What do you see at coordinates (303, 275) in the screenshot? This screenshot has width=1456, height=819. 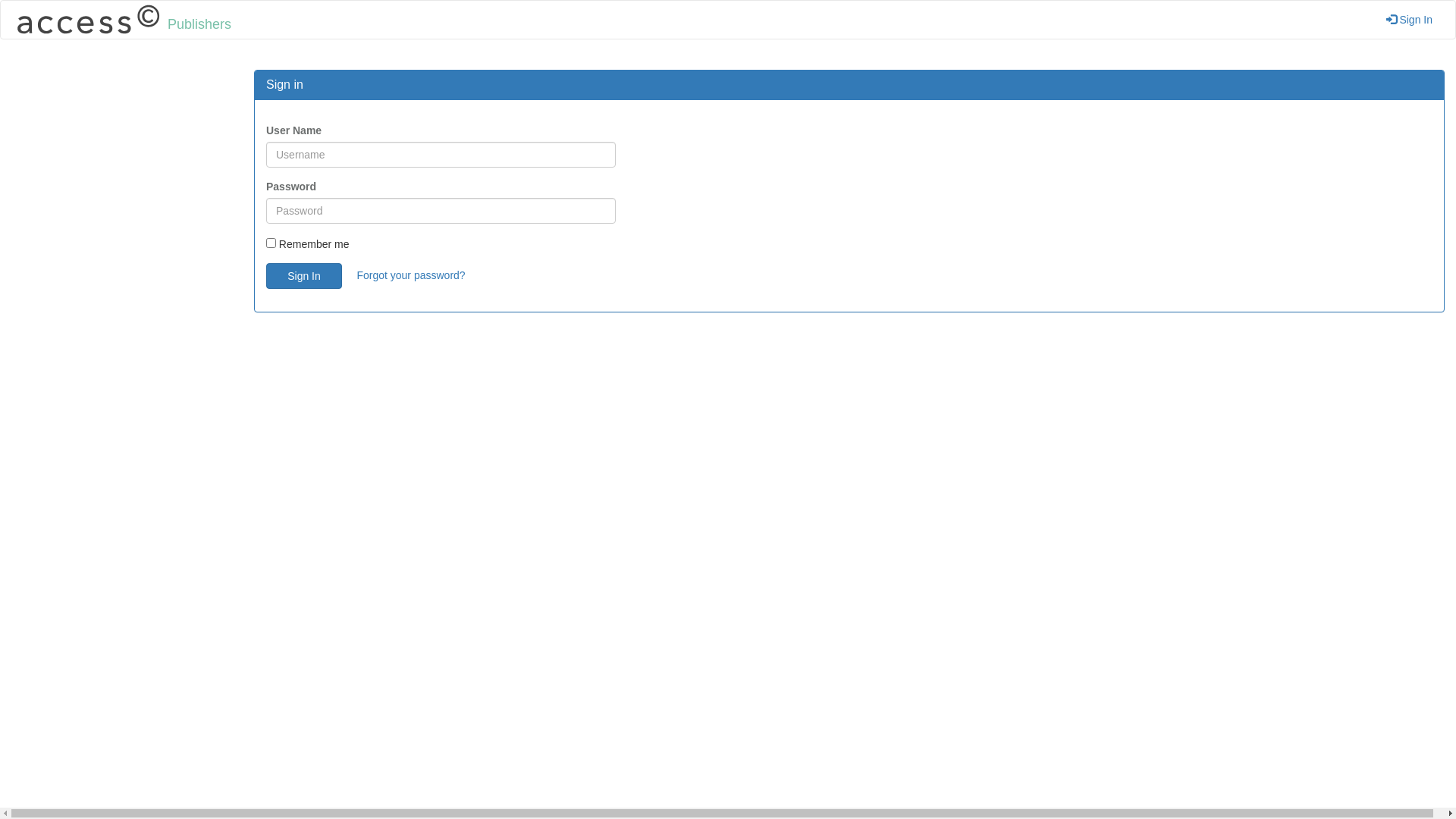 I see `'Sign In'` at bounding box center [303, 275].